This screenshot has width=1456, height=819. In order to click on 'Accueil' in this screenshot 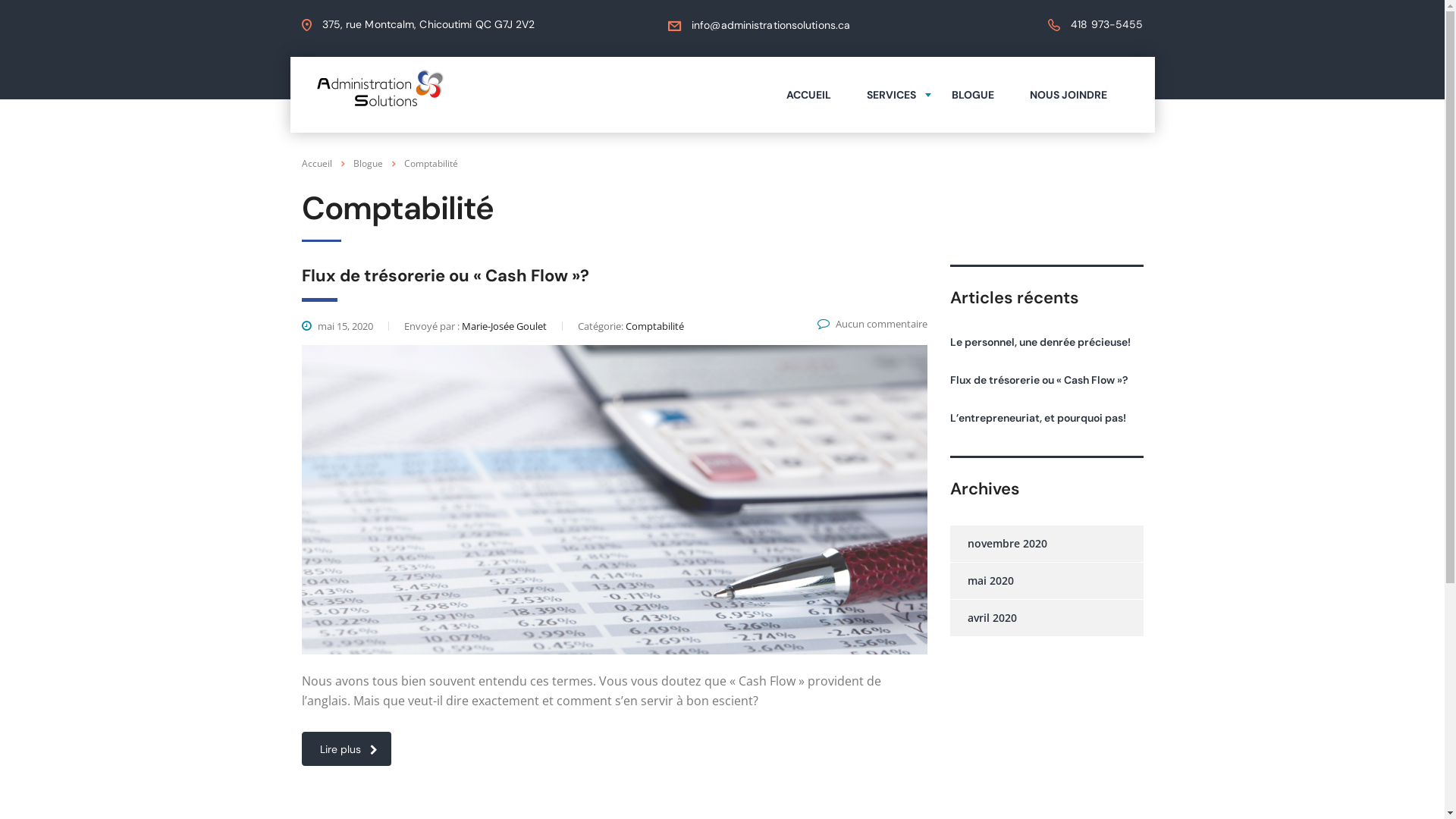, I will do `click(315, 163)`.